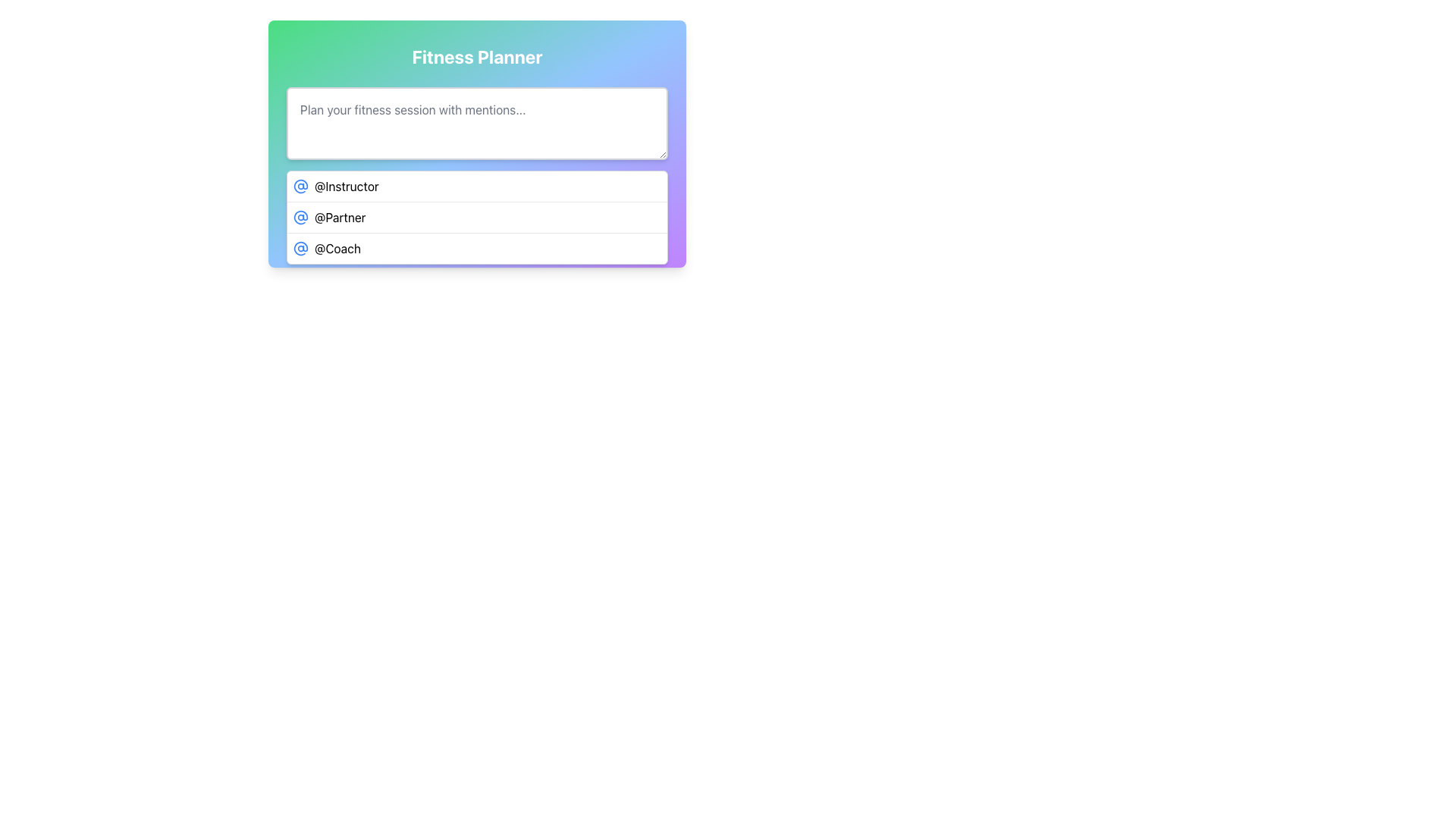 This screenshot has height=819, width=1456. I want to click on the second list item, so click(476, 213).